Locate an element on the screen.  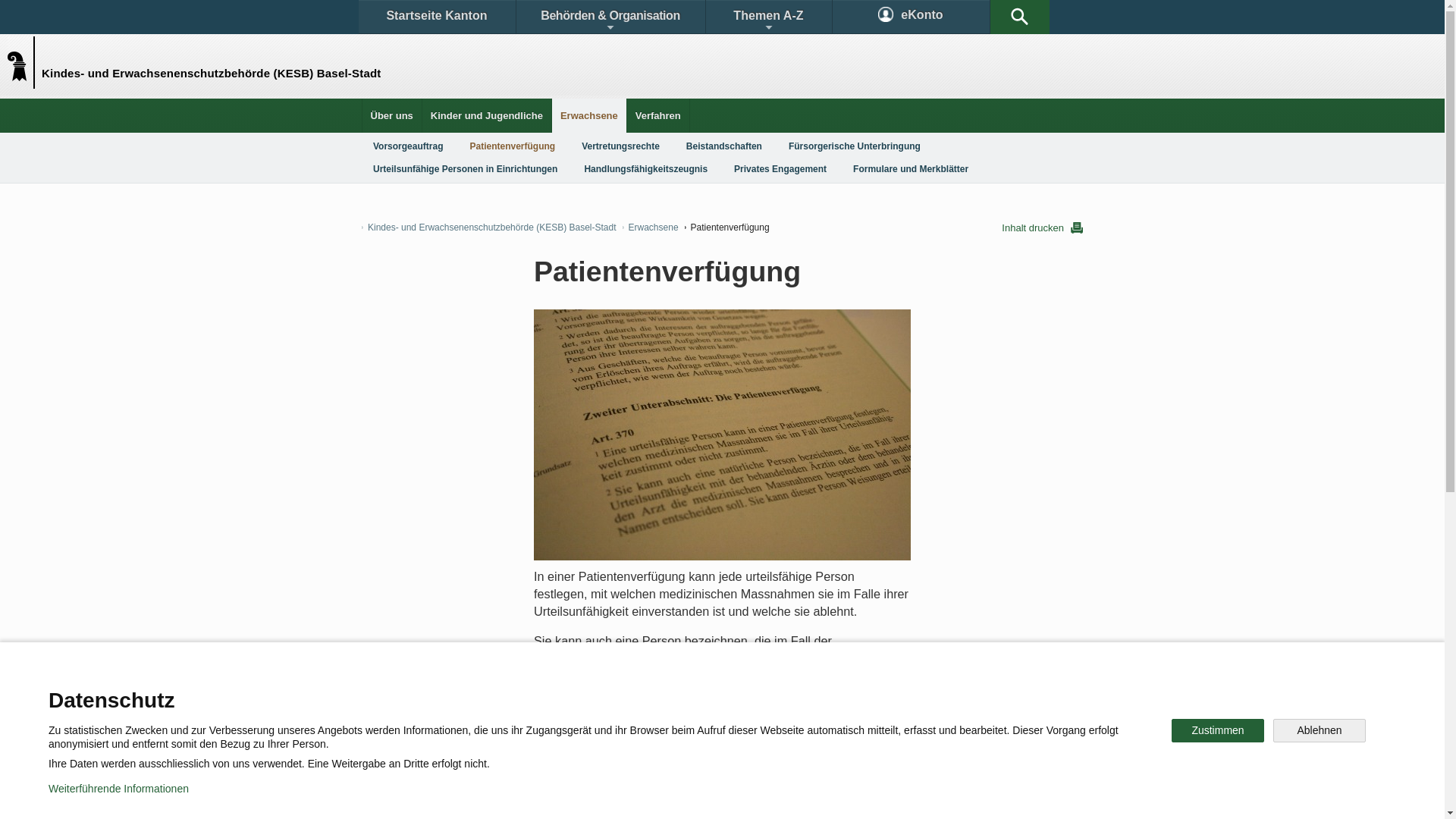
'Beistandschaften' is located at coordinates (673, 146).